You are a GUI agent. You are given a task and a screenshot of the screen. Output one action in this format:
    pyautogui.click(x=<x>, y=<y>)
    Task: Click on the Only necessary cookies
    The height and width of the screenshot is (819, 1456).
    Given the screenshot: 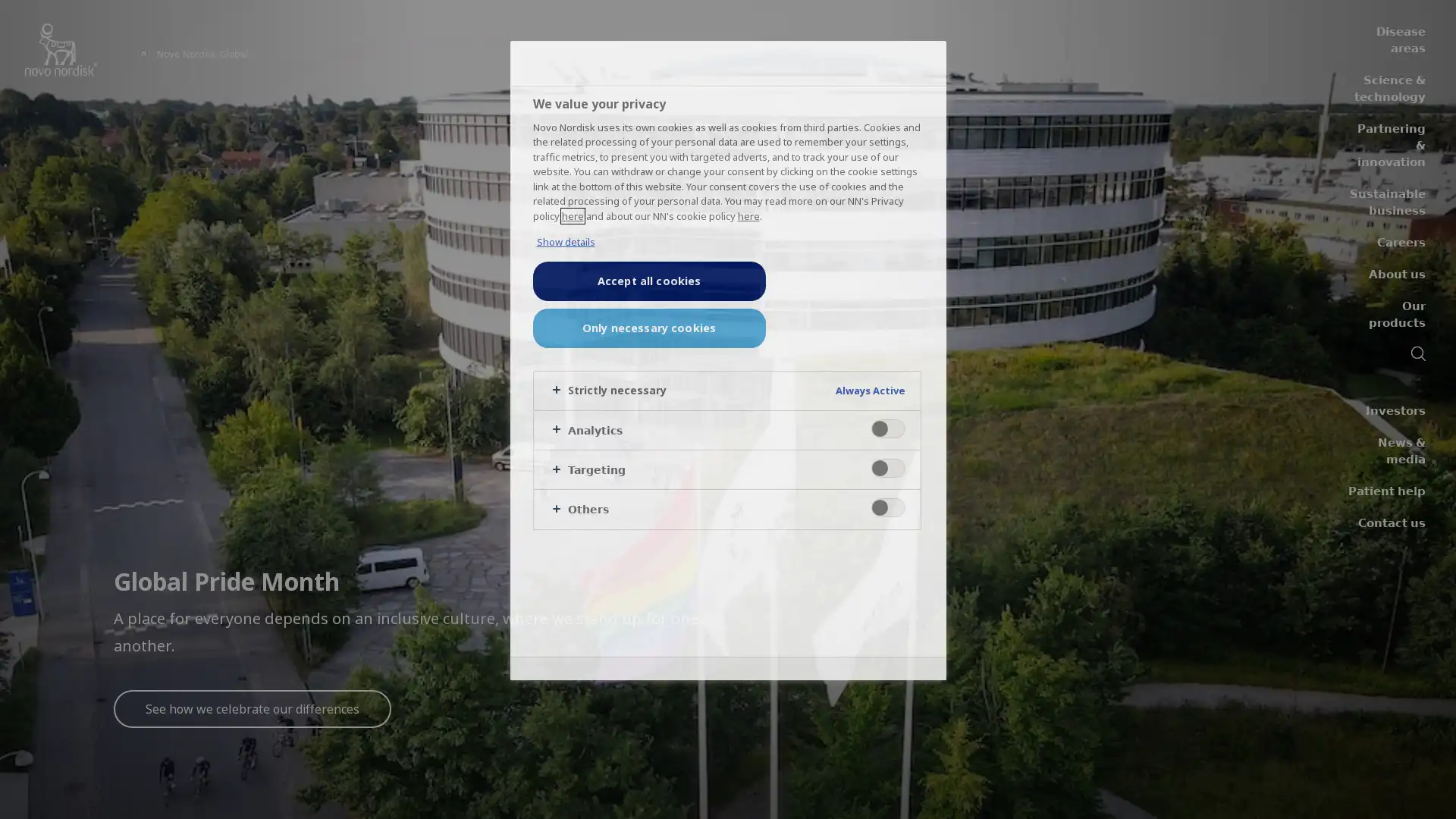 What is the action you would take?
    pyautogui.click(x=648, y=327)
    